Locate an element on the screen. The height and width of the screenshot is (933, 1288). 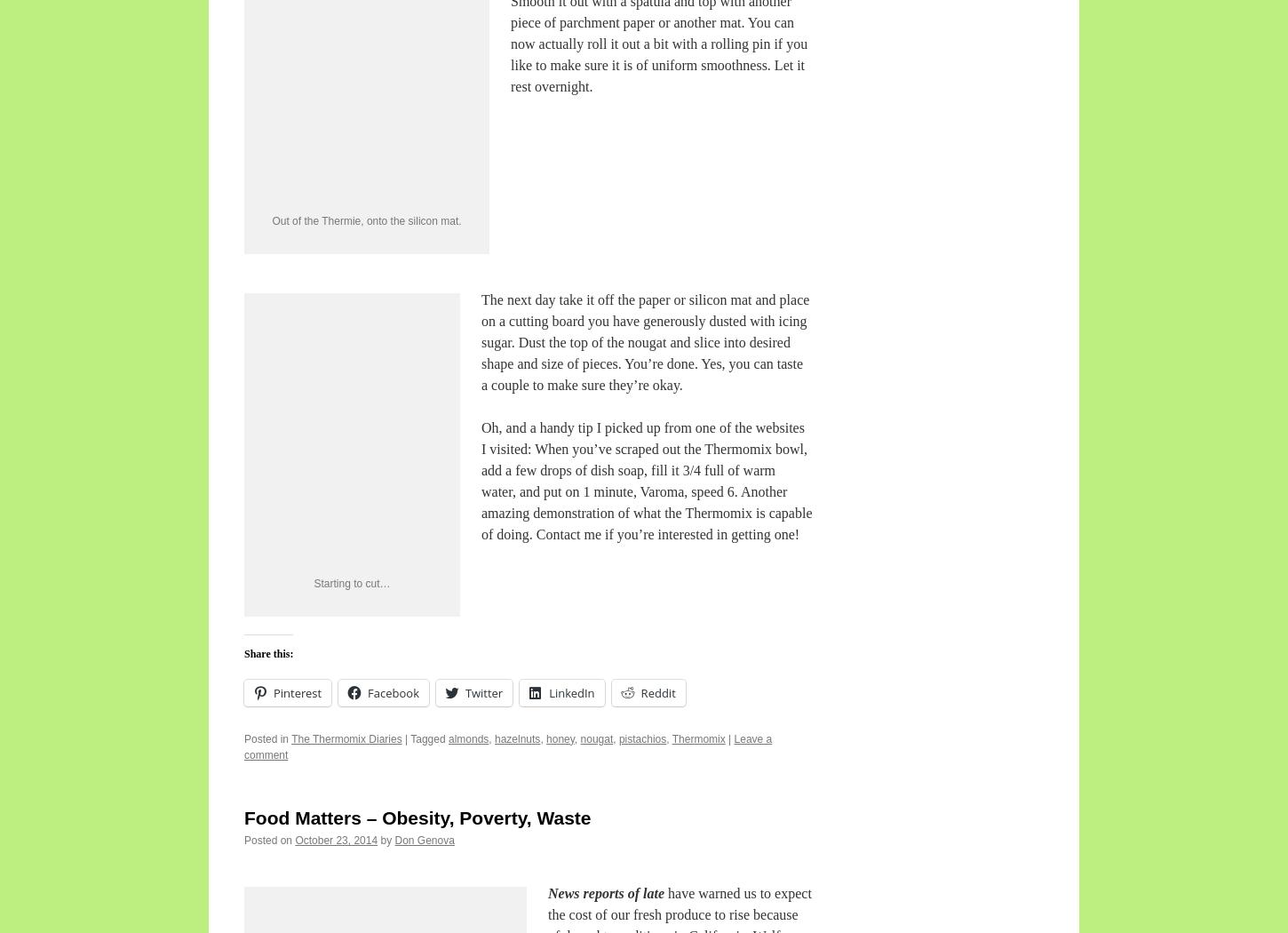
'Posted on' is located at coordinates (268, 840).